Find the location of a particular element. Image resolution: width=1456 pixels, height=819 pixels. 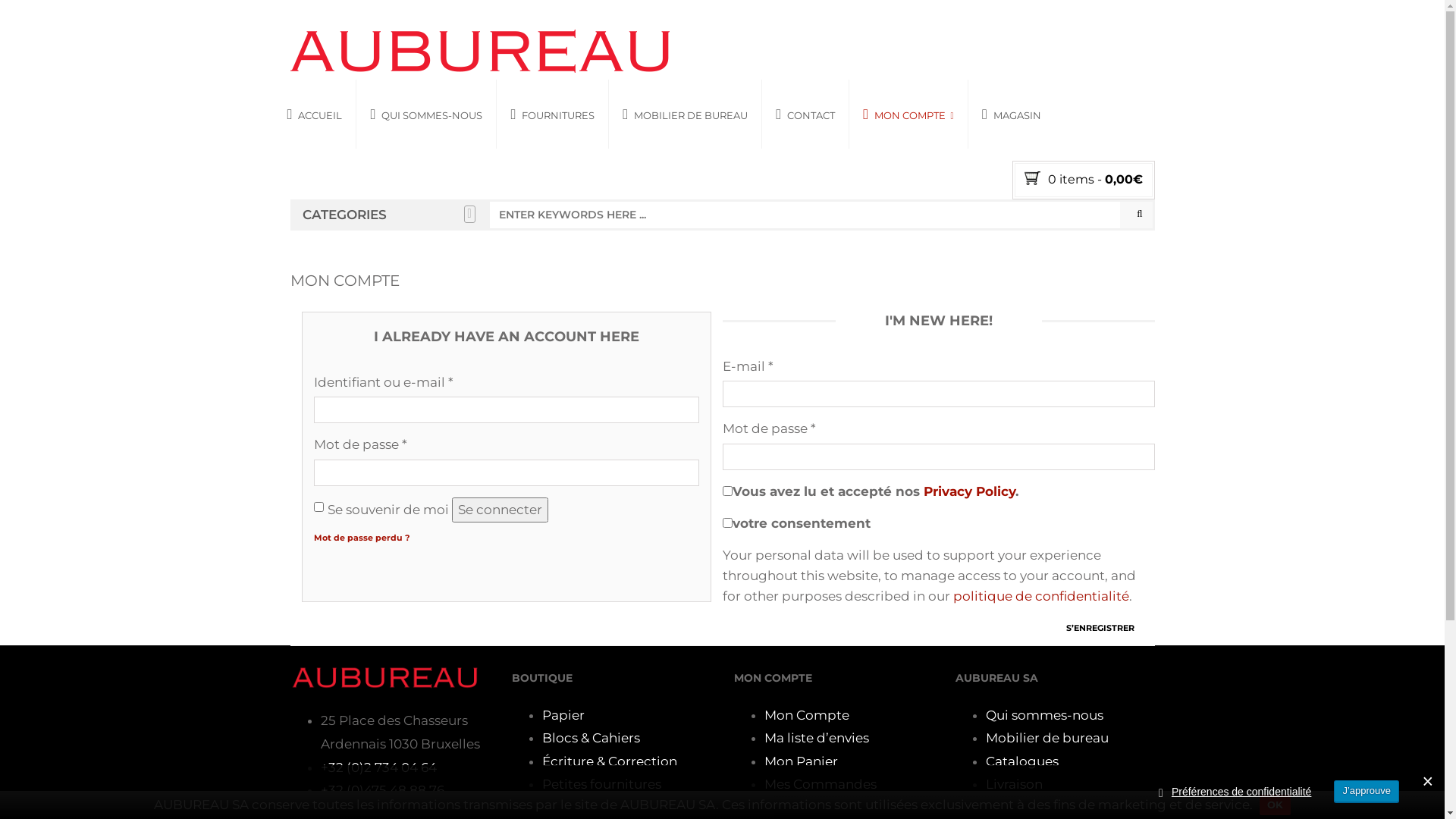

'Privacy Policy' is located at coordinates (968, 491).